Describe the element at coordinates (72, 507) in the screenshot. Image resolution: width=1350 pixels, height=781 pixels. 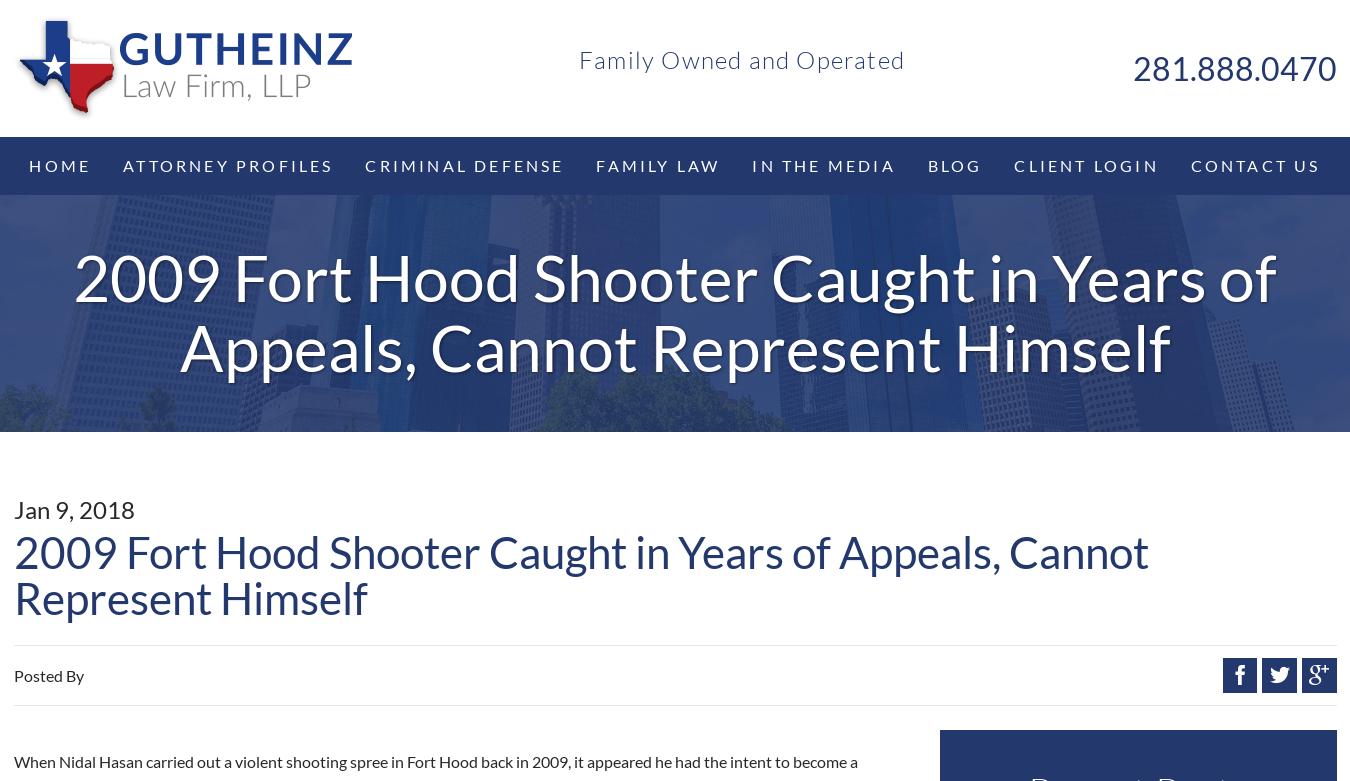
I see `'Jan 9, 2018'` at that location.